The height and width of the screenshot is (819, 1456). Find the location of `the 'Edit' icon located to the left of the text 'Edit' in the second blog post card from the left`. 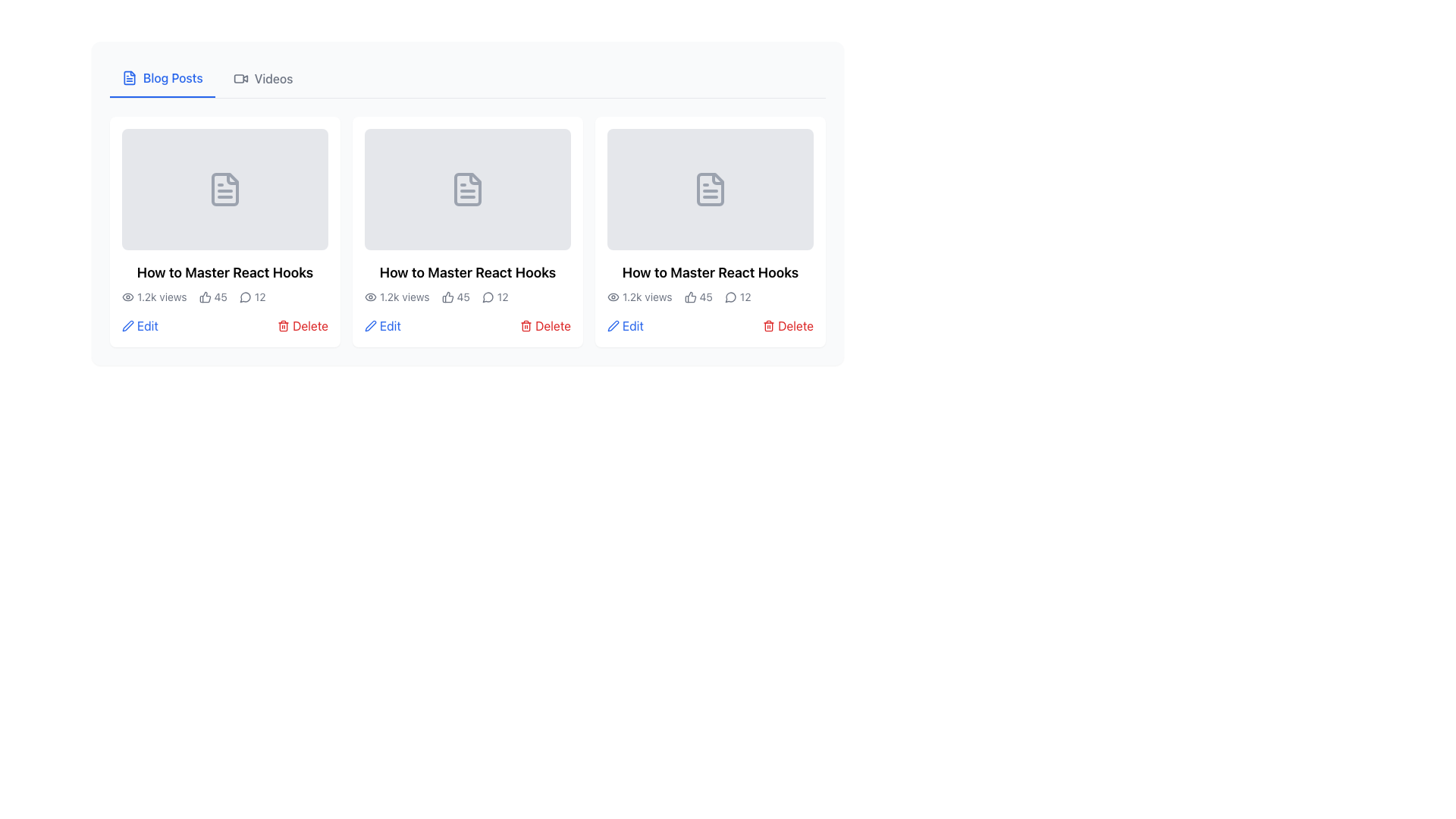

the 'Edit' icon located to the left of the text 'Edit' in the second blog post card from the left is located at coordinates (371, 325).